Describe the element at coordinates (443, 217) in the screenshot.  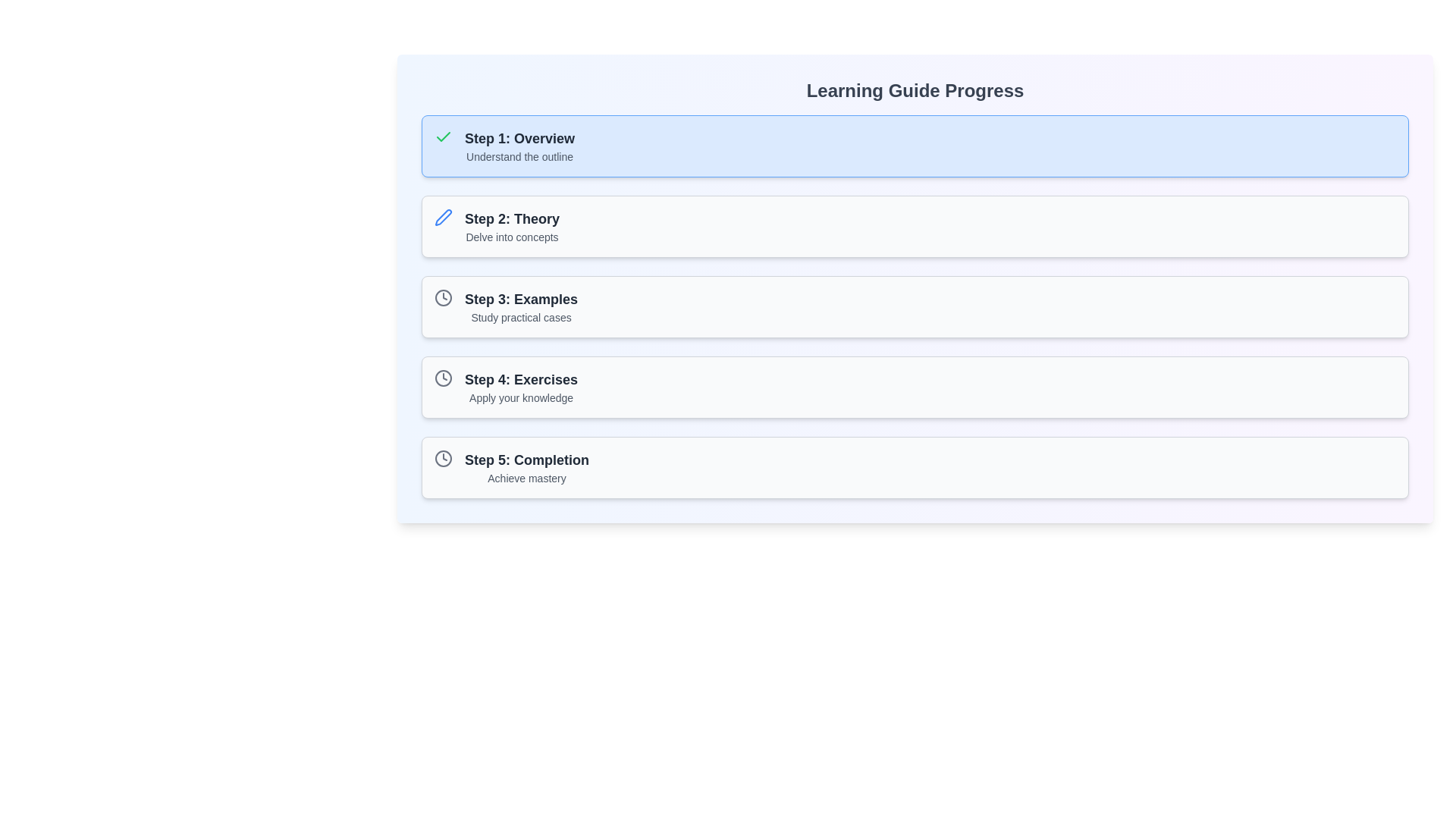
I see `the pen icon located in the 'Step 2: Theory' section` at that location.